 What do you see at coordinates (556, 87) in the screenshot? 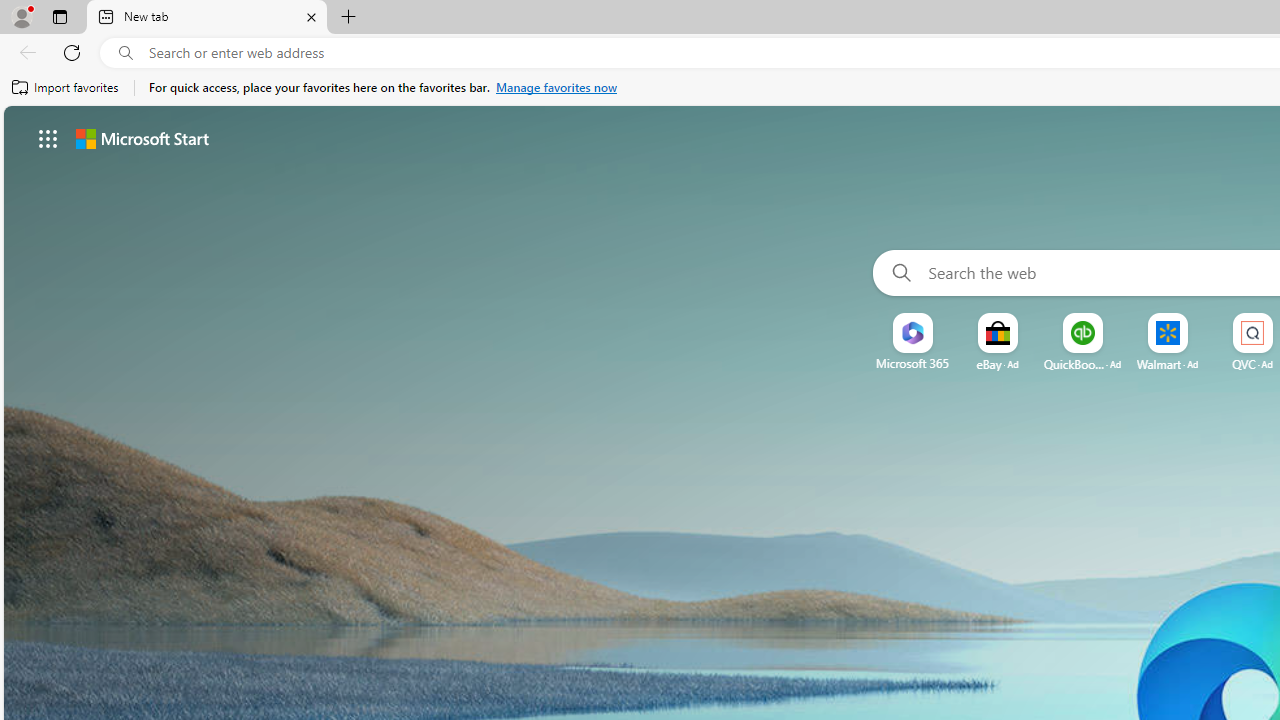
I see `'Manage favorites now'` at bounding box center [556, 87].